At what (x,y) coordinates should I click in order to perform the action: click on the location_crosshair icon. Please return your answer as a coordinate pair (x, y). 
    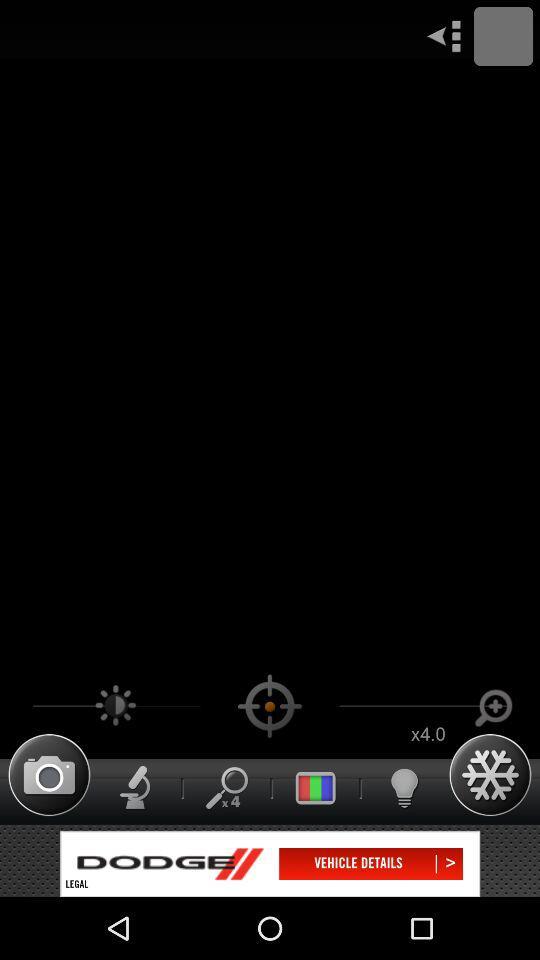
    Looking at the image, I should click on (270, 755).